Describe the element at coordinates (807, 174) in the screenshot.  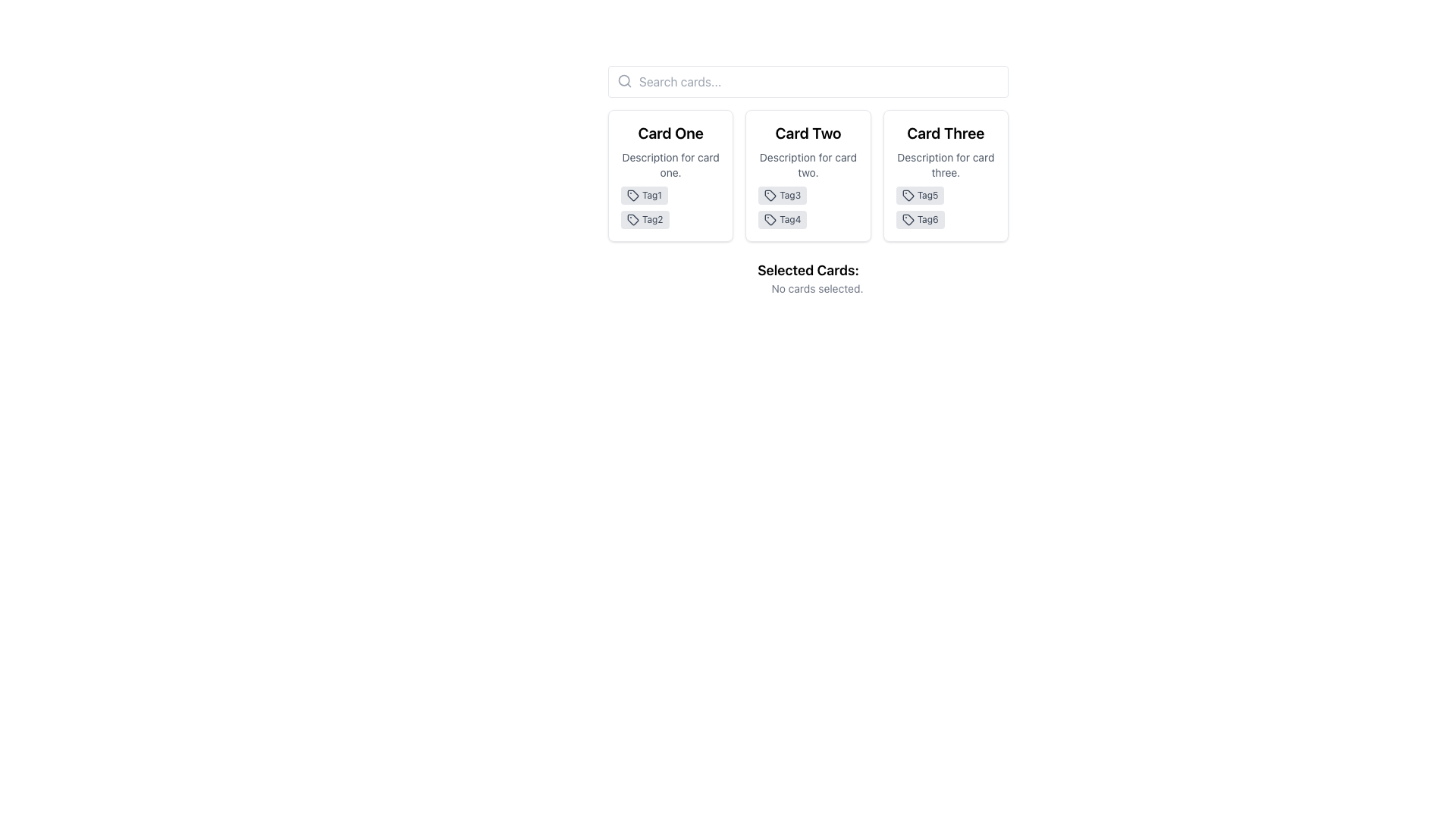
I see `the second card in a horizontal layout` at that location.